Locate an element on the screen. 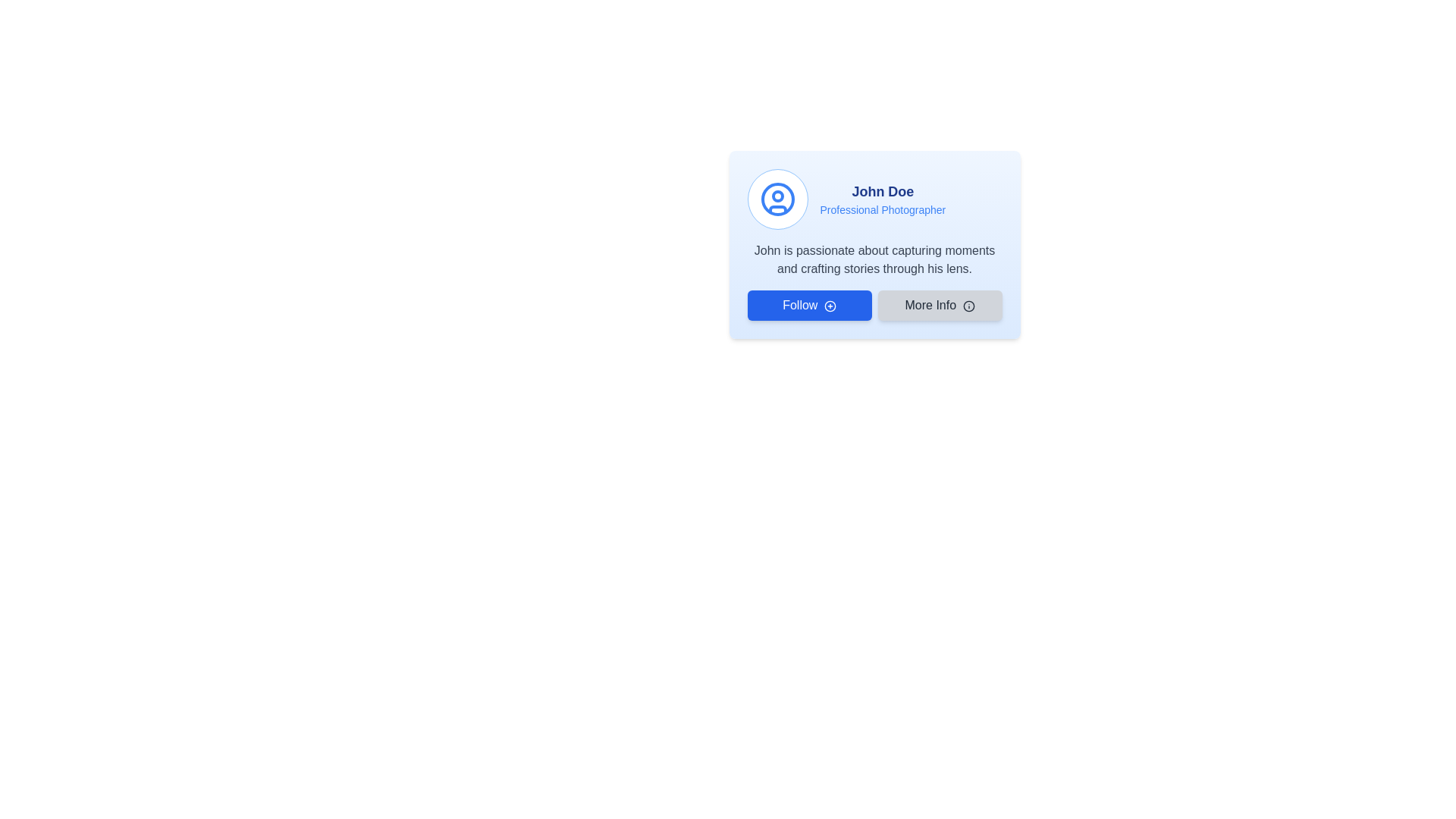 Image resolution: width=1456 pixels, height=819 pixels. the SVG Circle Element located adjacent to the 'More Info' button in the bottom-right area of the user card for visual feedback is located at coordinates (968, 306).